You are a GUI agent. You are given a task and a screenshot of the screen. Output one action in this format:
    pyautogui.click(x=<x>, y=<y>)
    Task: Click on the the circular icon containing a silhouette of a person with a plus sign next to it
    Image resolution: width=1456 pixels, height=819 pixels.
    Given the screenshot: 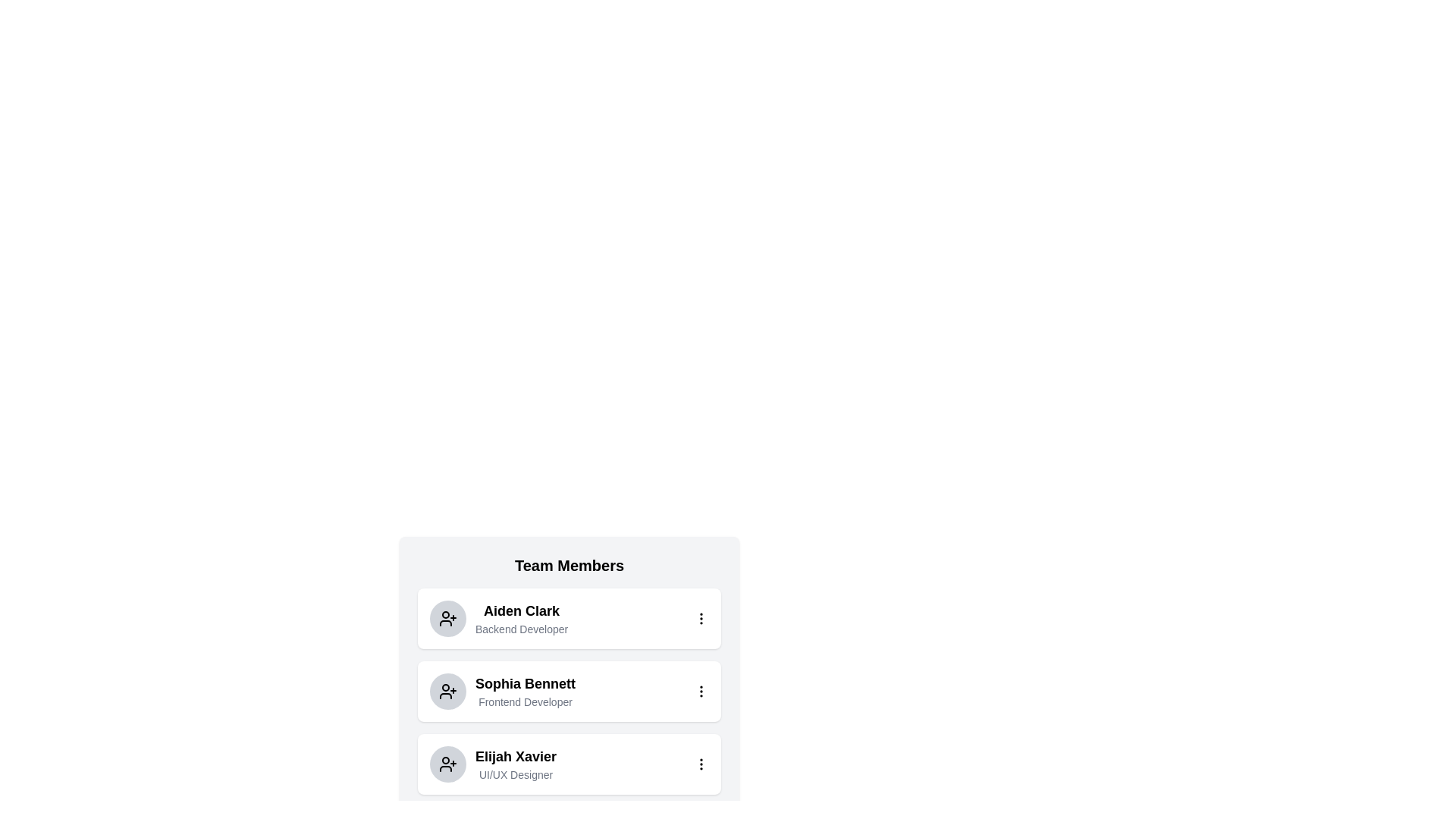 What is the action you would take?
    pyautogui.click(x=447, y=691)
    